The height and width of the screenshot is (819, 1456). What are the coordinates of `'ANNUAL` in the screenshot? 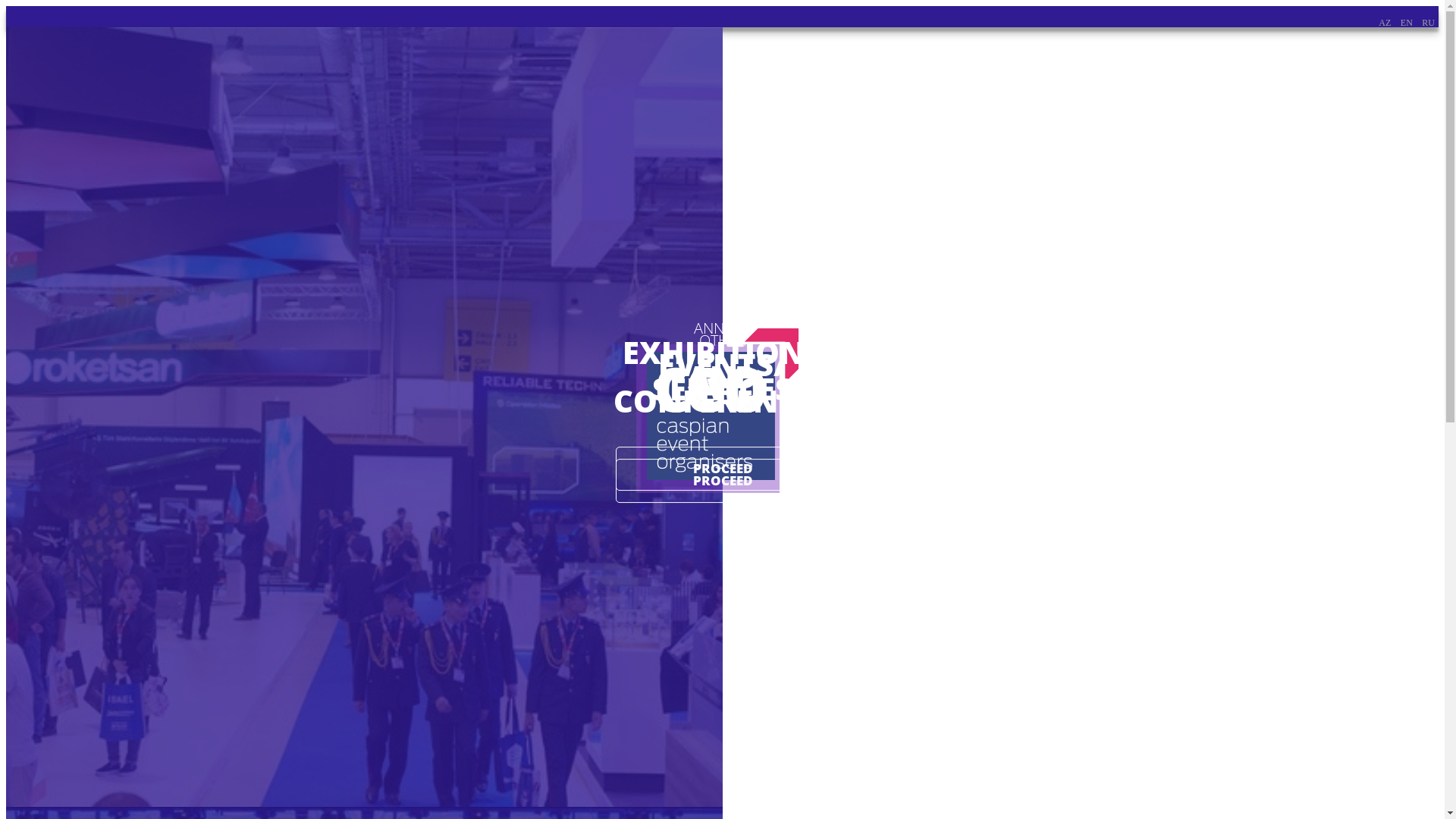 It's located at (6, 417).